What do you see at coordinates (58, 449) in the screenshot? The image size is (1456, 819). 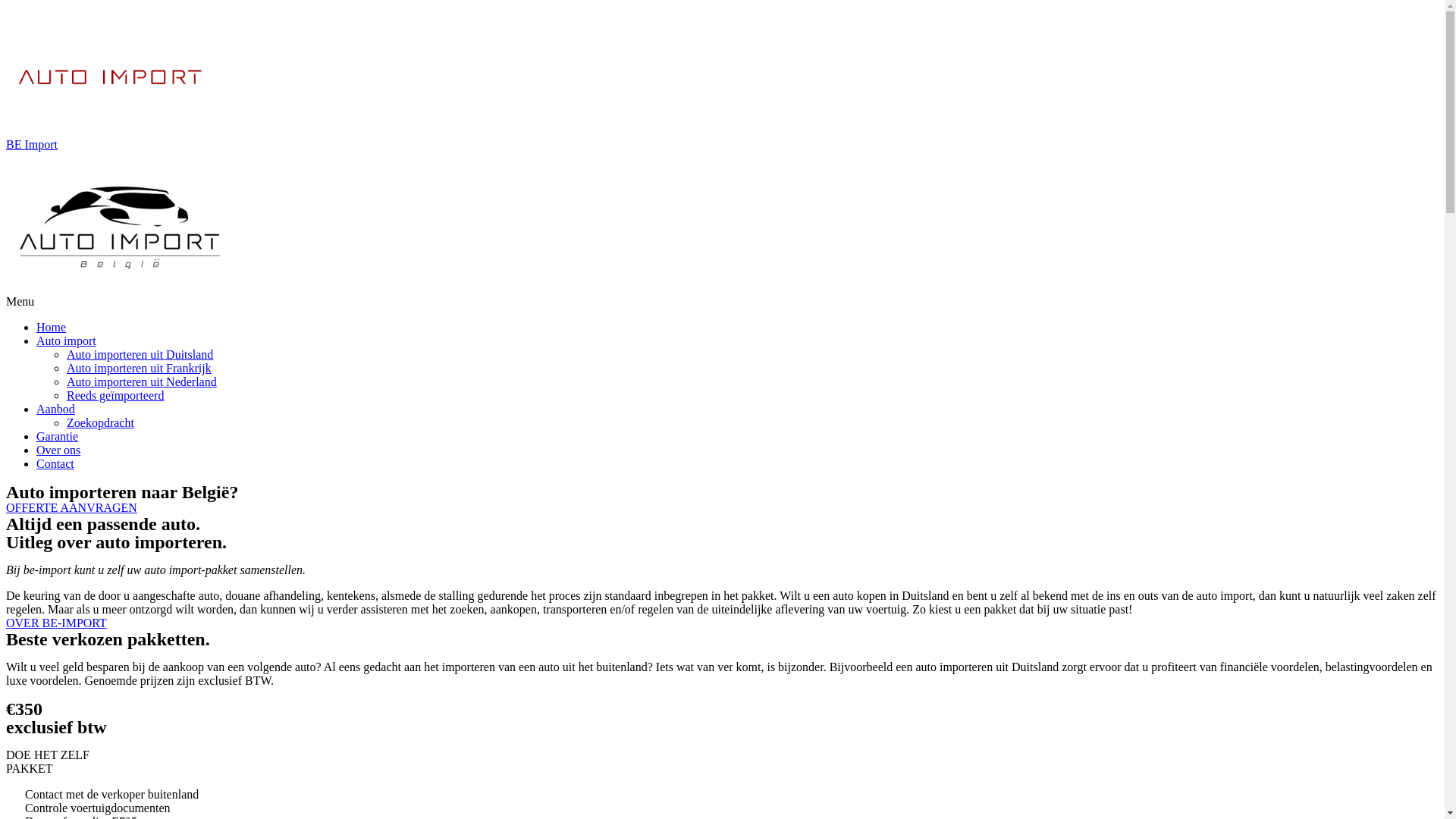 I see `'Over ons'` at bounding box center [58, 449].